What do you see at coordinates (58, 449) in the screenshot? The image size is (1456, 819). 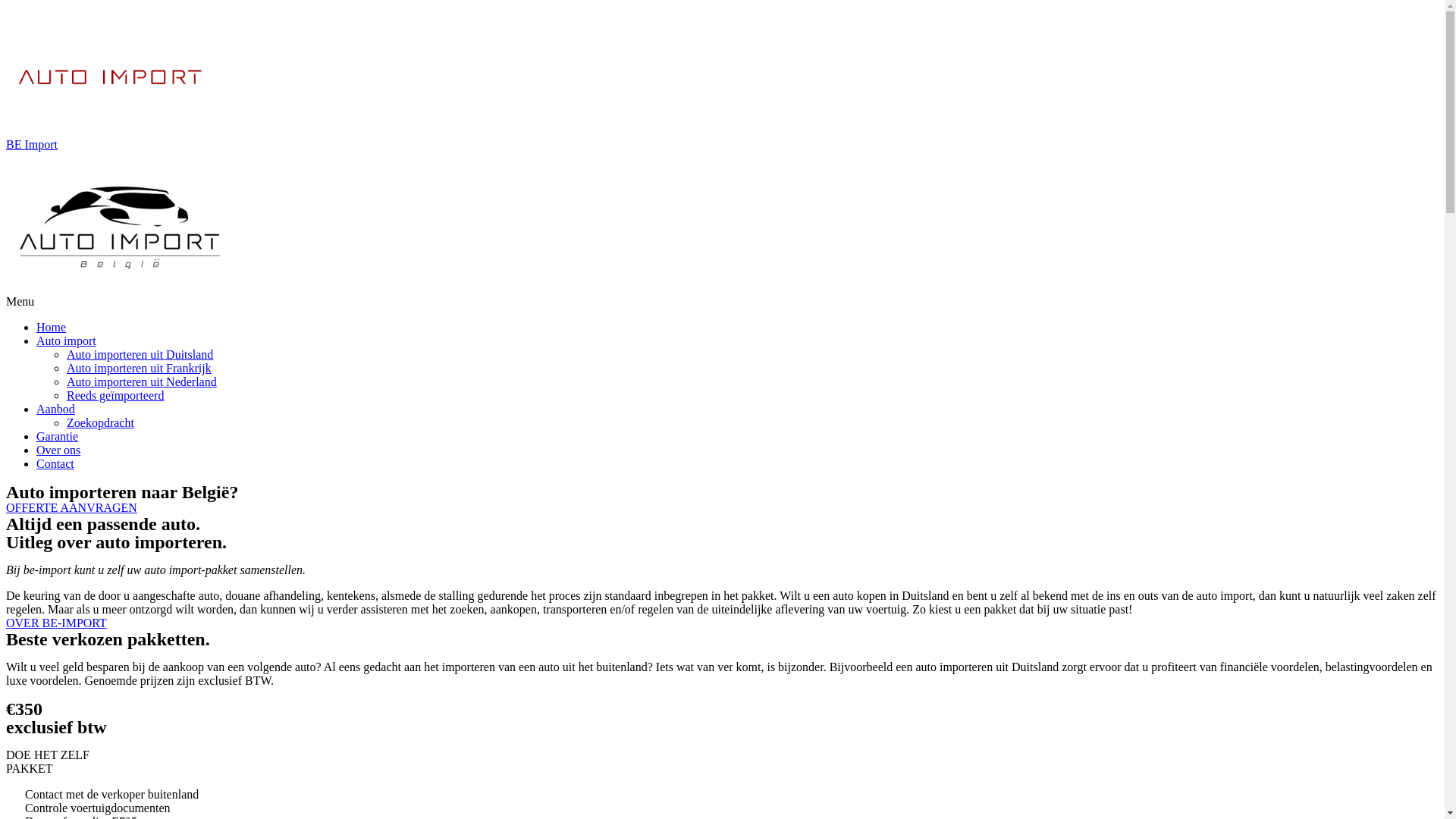 I see `'Over ons'` at bounding box center [58, 449].